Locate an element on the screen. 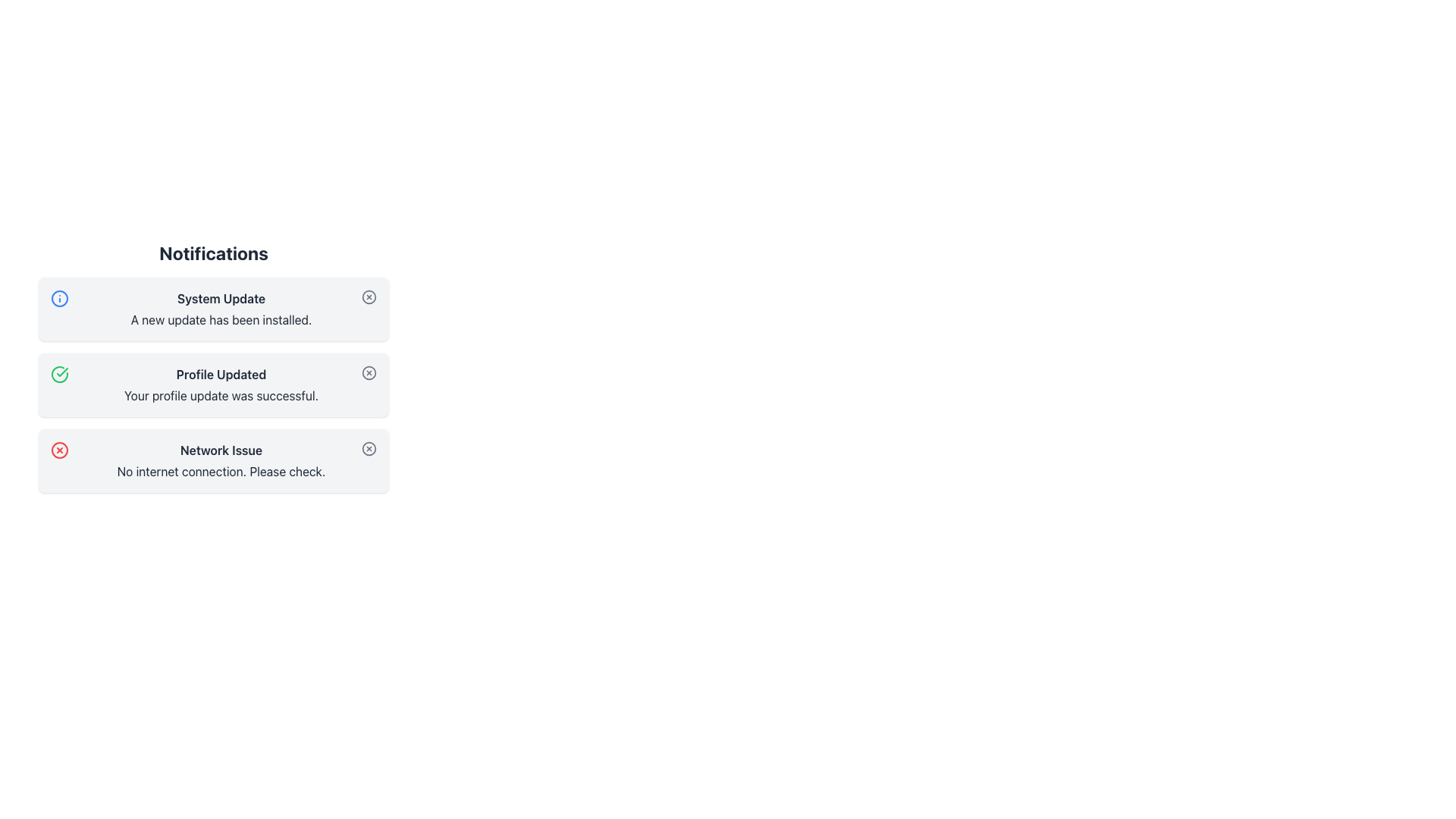 The height and width of the screenshot is (819, 1456). the notification entry with bolded text 'Profile Updated' for additional options is located at coordinates (213, 366).